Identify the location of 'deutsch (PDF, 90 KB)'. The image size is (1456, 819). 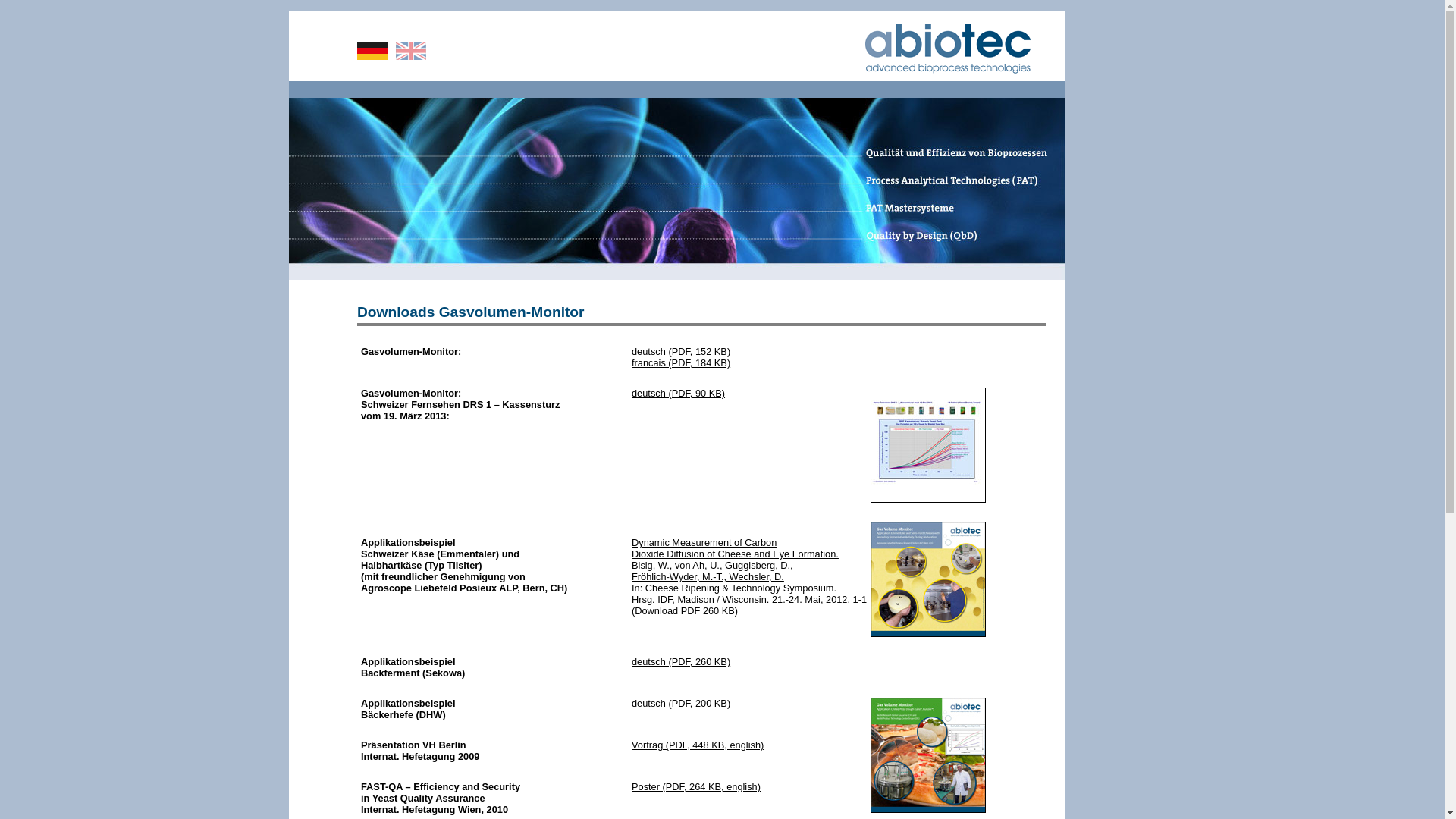
(677, 392).